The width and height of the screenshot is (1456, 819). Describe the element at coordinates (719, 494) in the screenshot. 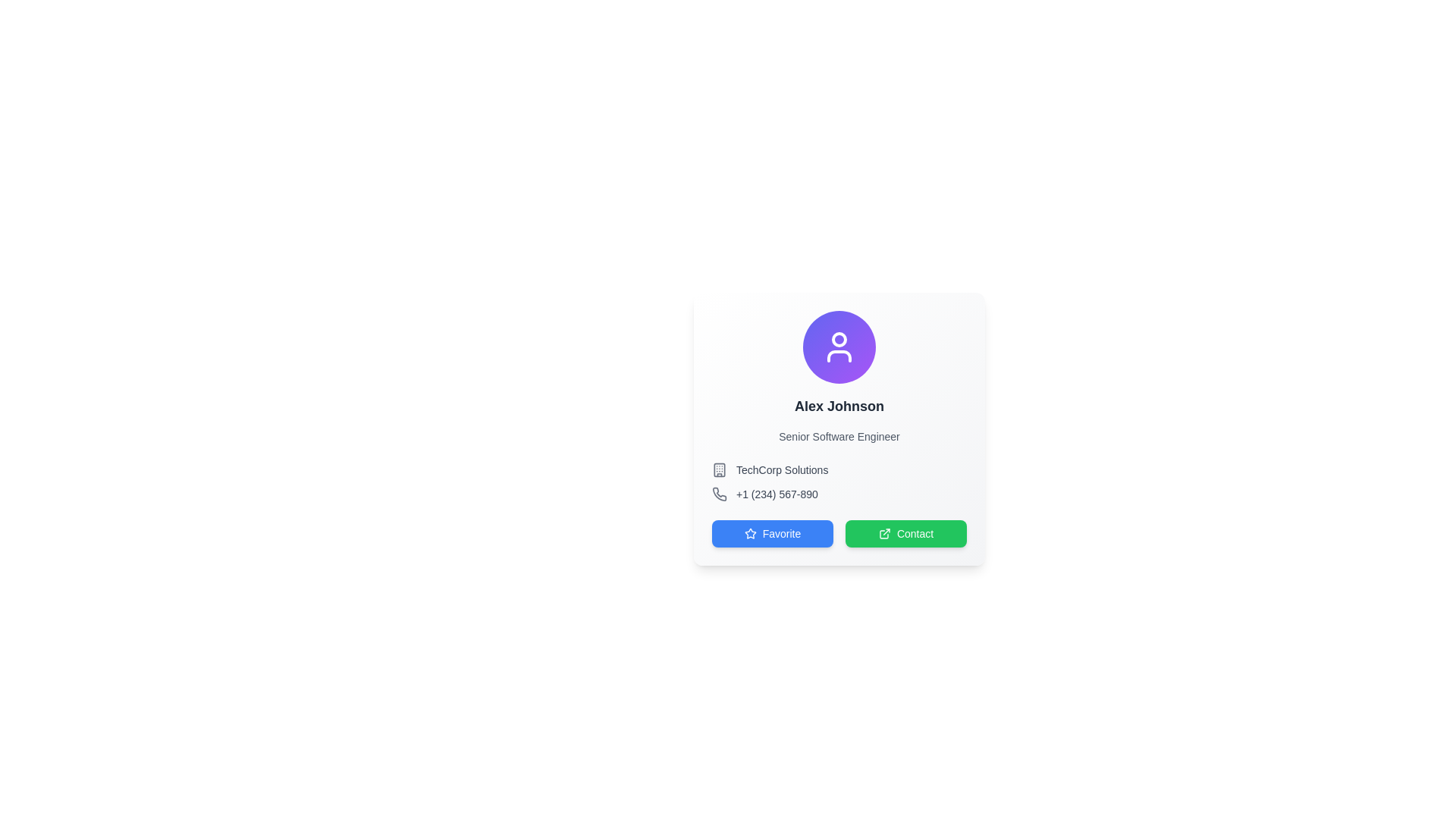

I see `the minimalist gray phone icon associated with the phone number '+1 (234) 567-890'` at that location.